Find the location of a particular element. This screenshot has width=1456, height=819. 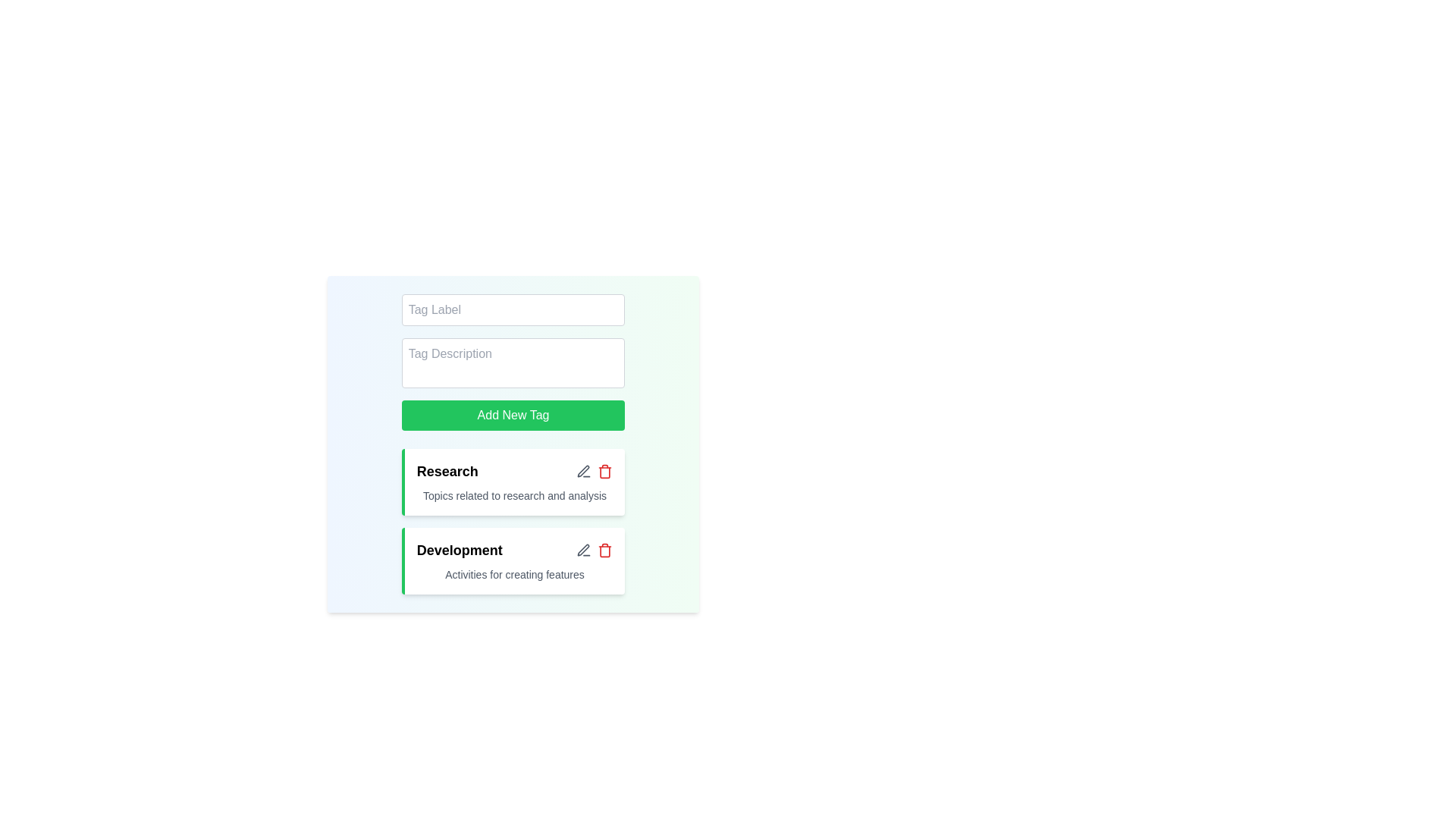

the green 'Add New Tag' button located below the 'Tag Label' and 'Tag Description' input fields is located at coordinates (513, 415).